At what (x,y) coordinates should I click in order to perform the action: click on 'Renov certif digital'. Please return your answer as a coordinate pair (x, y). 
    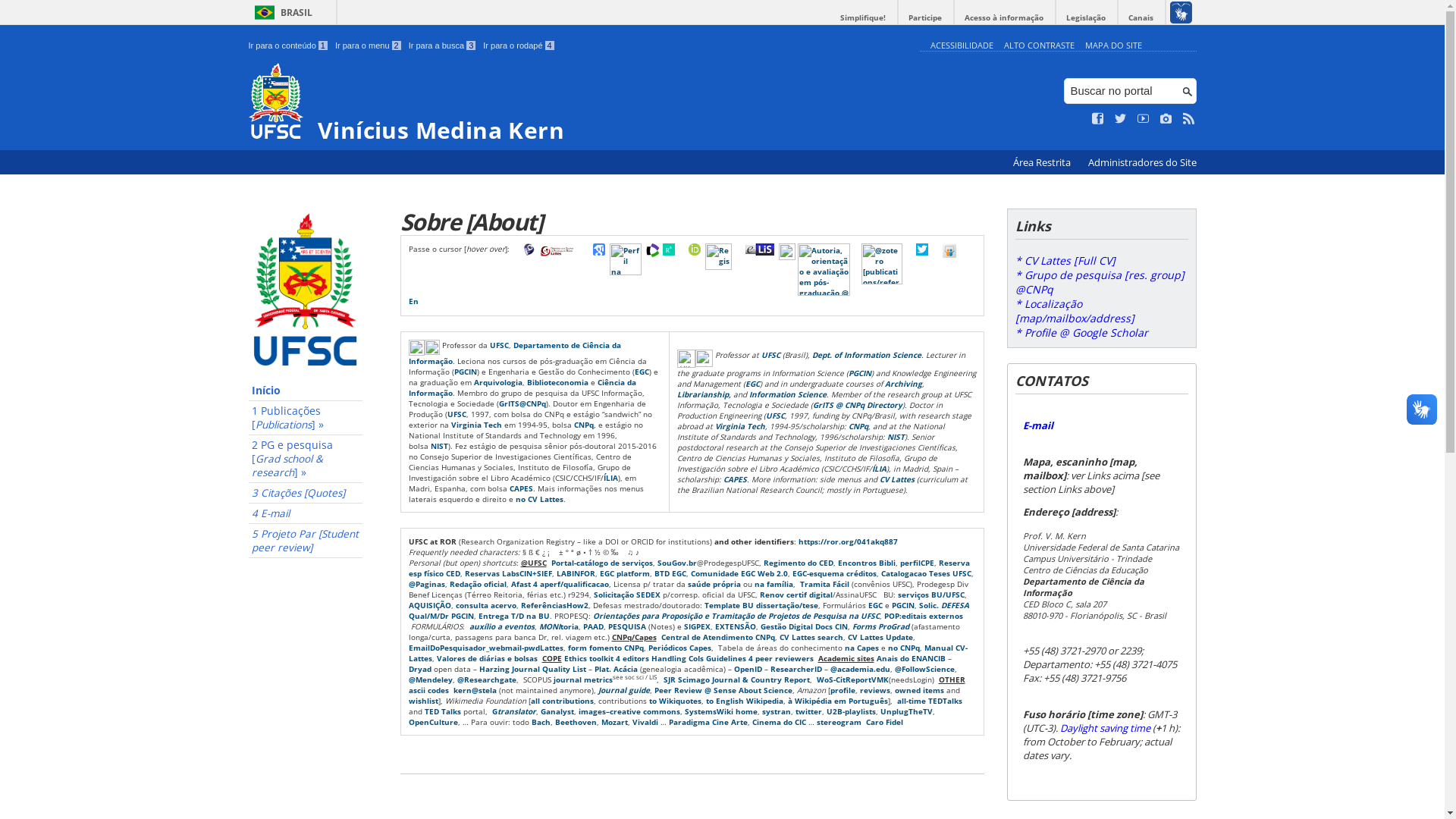
    Looking at the image, I should click on (795, 593).